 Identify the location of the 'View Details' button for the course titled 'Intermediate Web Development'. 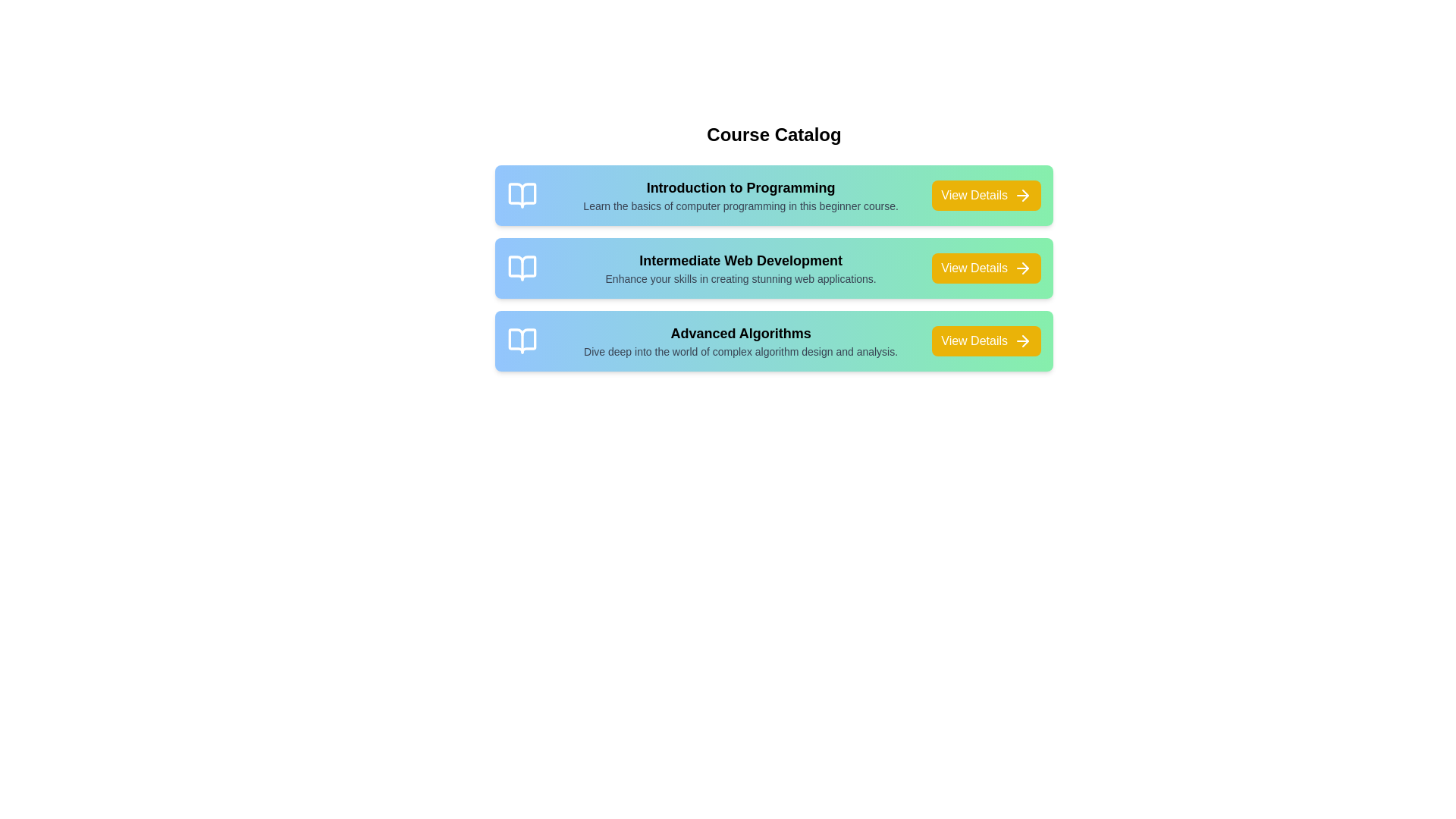
(987, 268).